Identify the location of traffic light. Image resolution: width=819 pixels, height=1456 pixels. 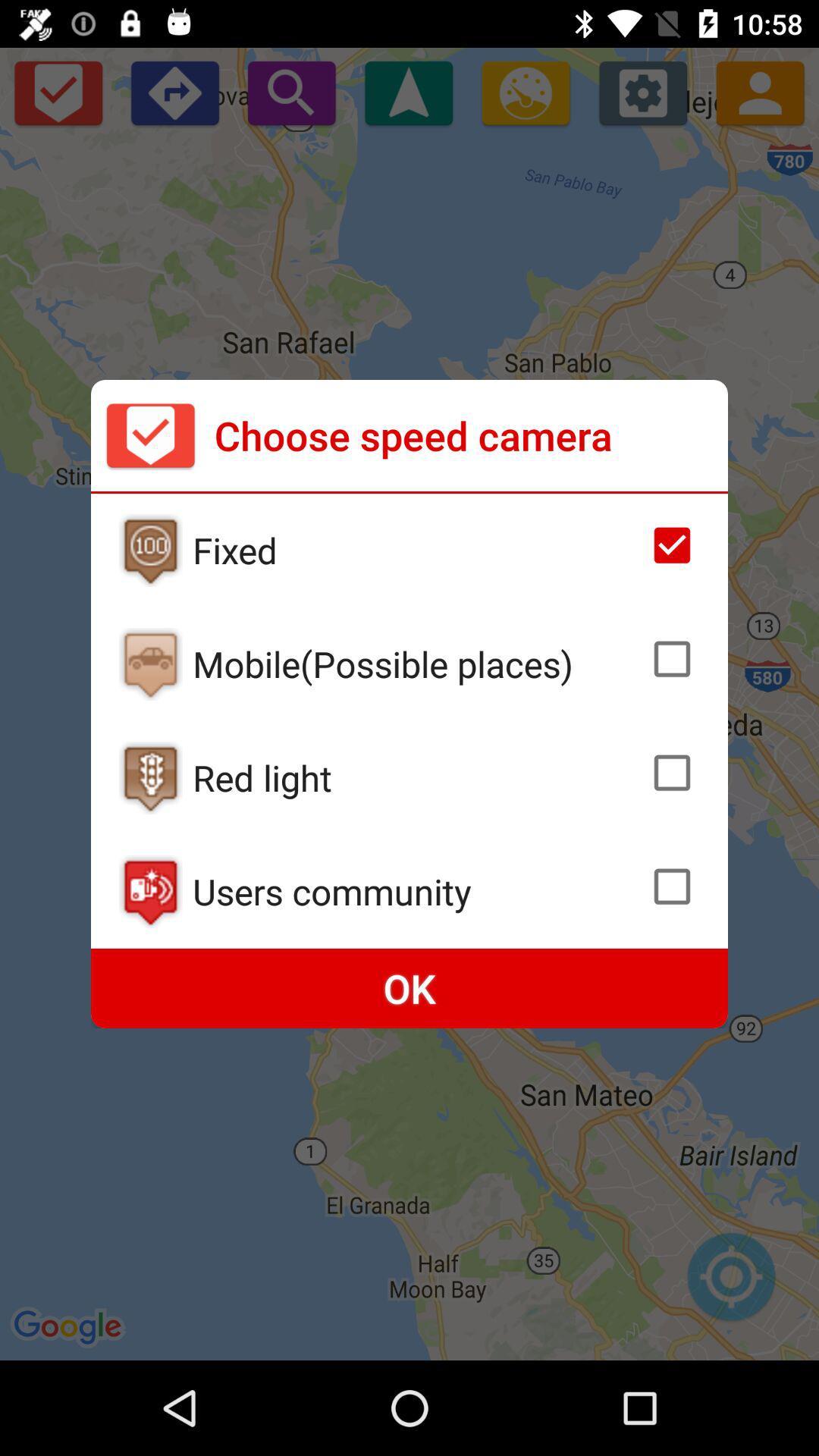
(150, 778).